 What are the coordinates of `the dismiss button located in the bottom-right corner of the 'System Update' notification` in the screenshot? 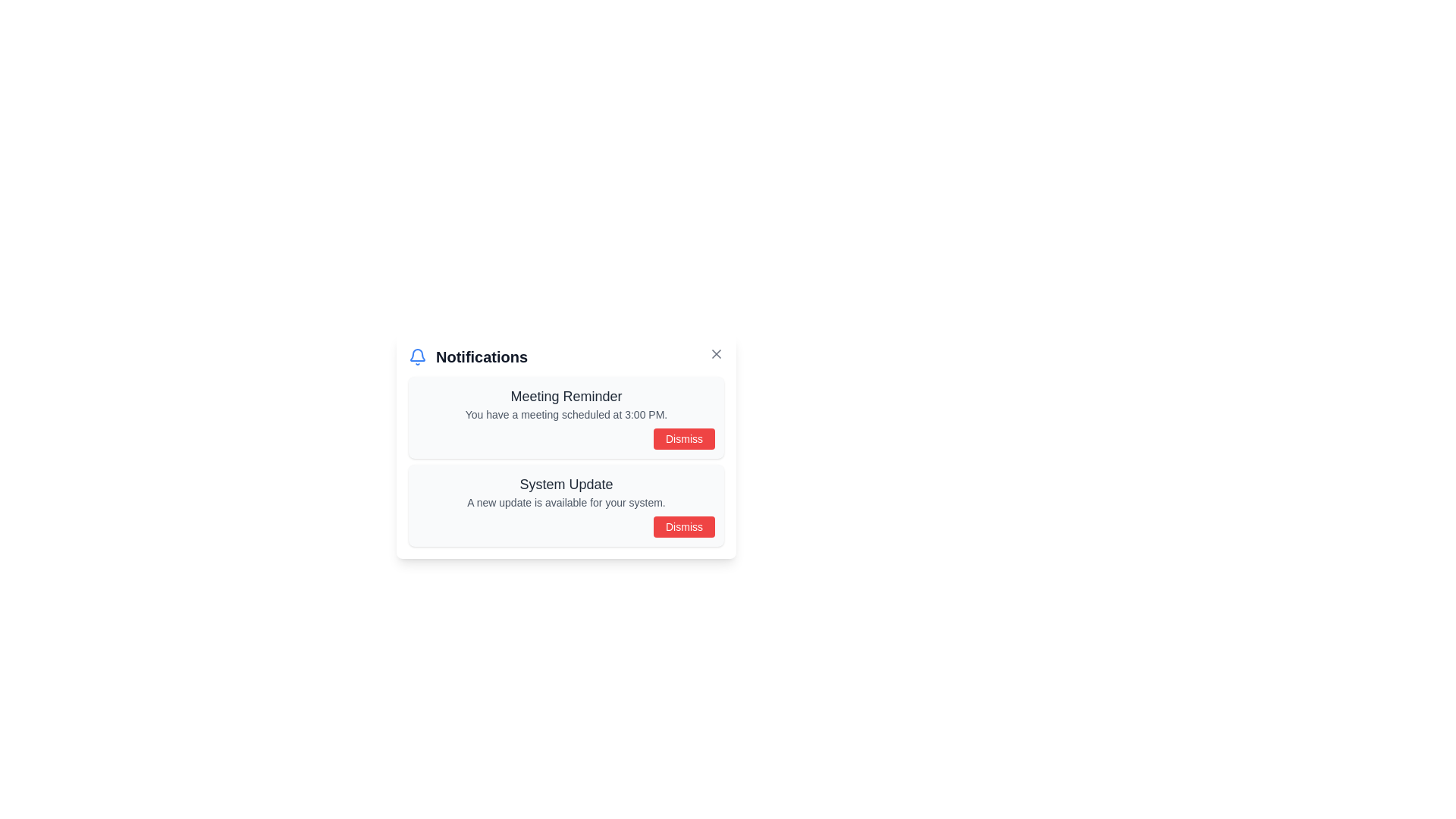 It's located at (683, 526).